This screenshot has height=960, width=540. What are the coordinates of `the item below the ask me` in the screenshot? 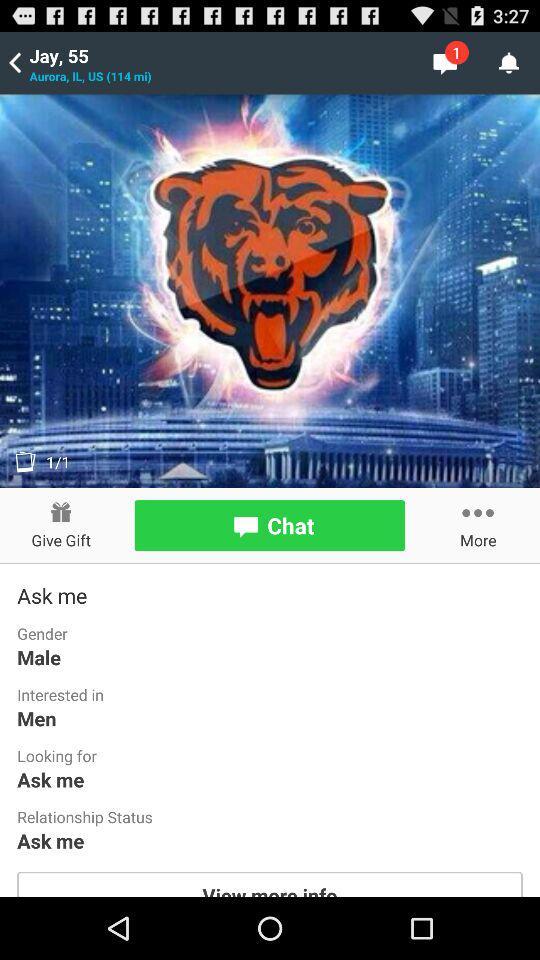 It's located at (270, 883).